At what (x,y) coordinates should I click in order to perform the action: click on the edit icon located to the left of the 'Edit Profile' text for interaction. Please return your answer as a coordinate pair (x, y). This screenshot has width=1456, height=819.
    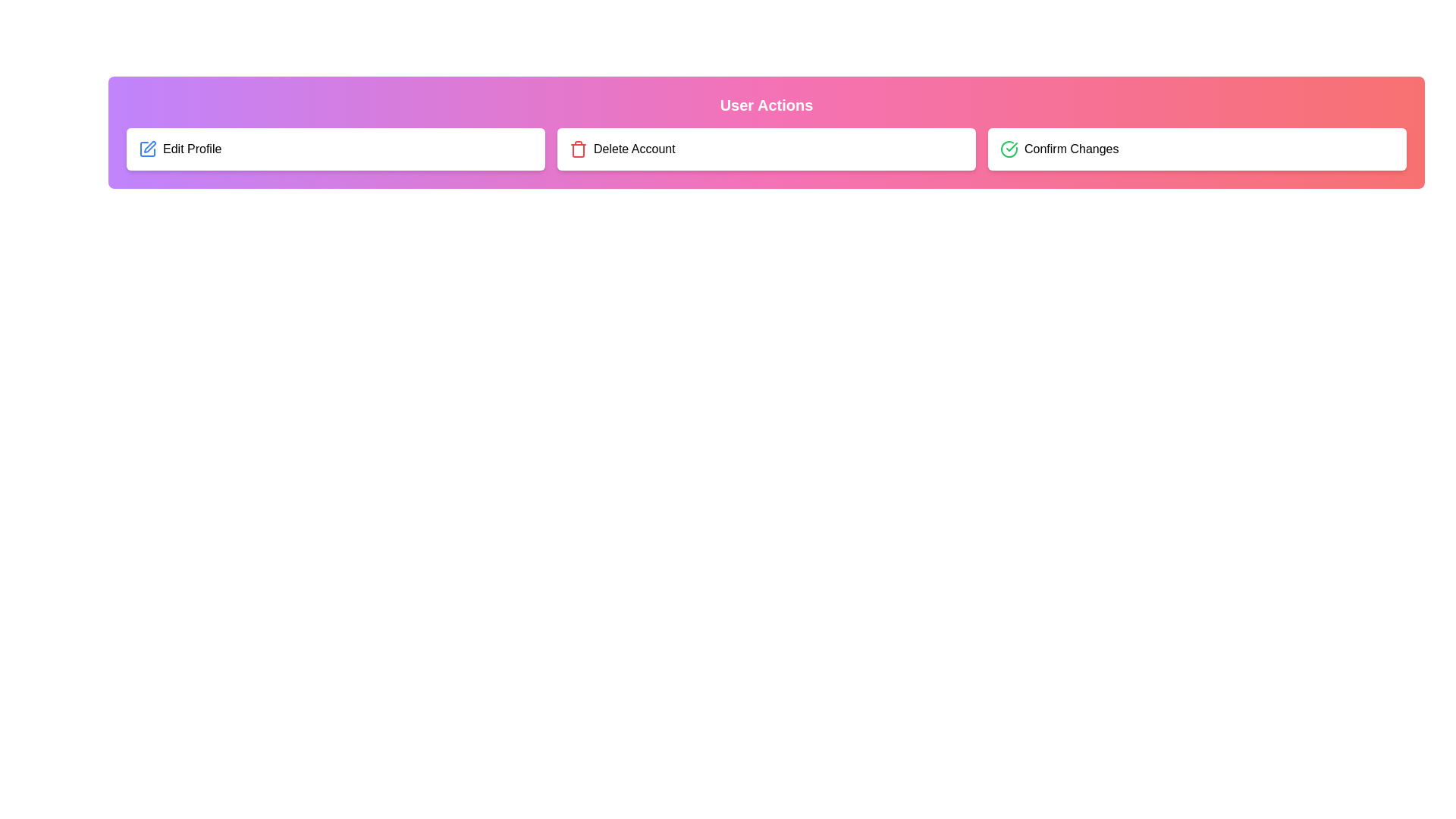
    Looking at the image, I should click on (148, 149).